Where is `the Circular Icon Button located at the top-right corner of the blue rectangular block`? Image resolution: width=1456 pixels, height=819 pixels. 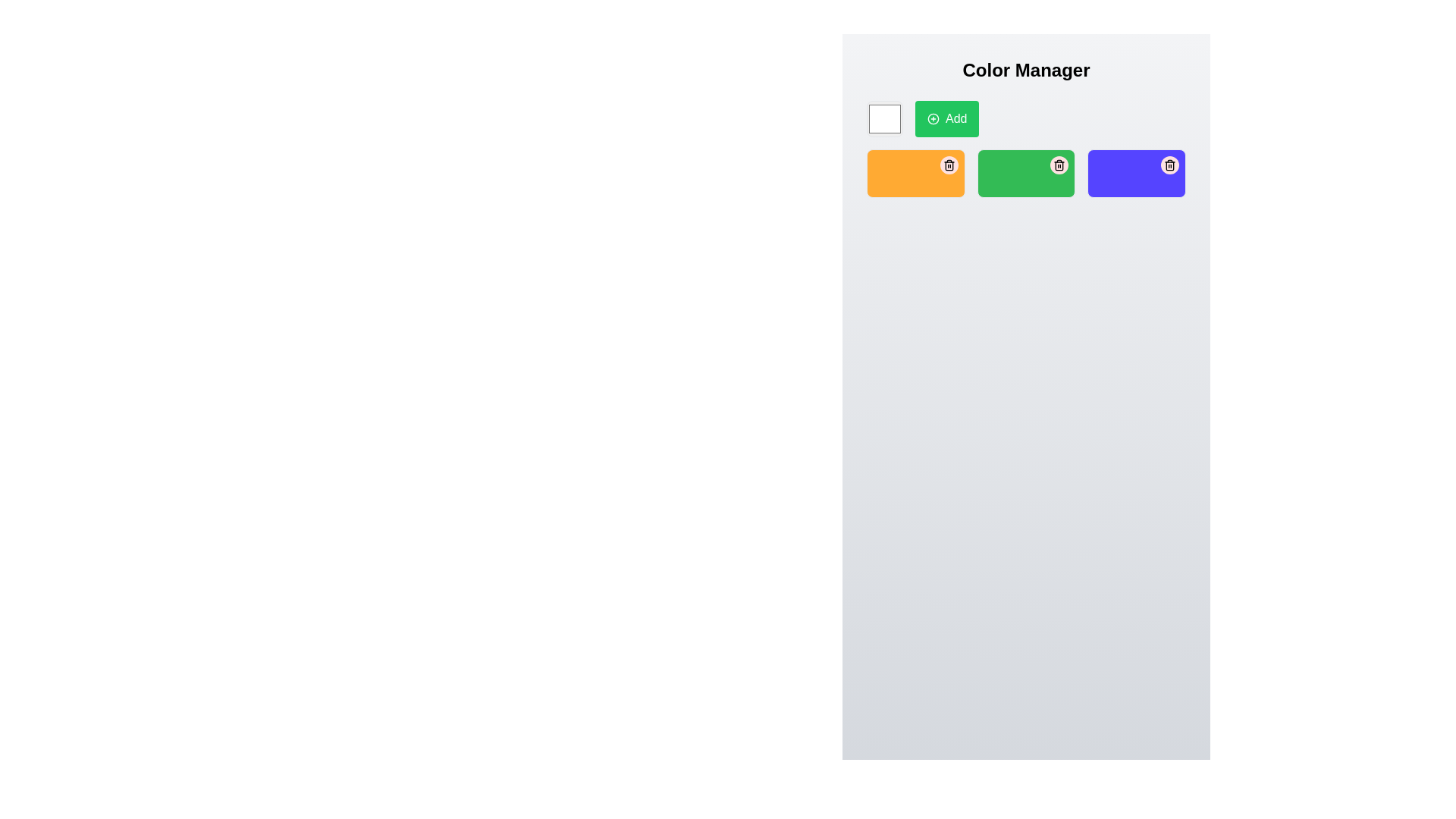
the Circular Icon Button located at the top-right corner of the blue rectangular block is located at coordinates (1169, 165).